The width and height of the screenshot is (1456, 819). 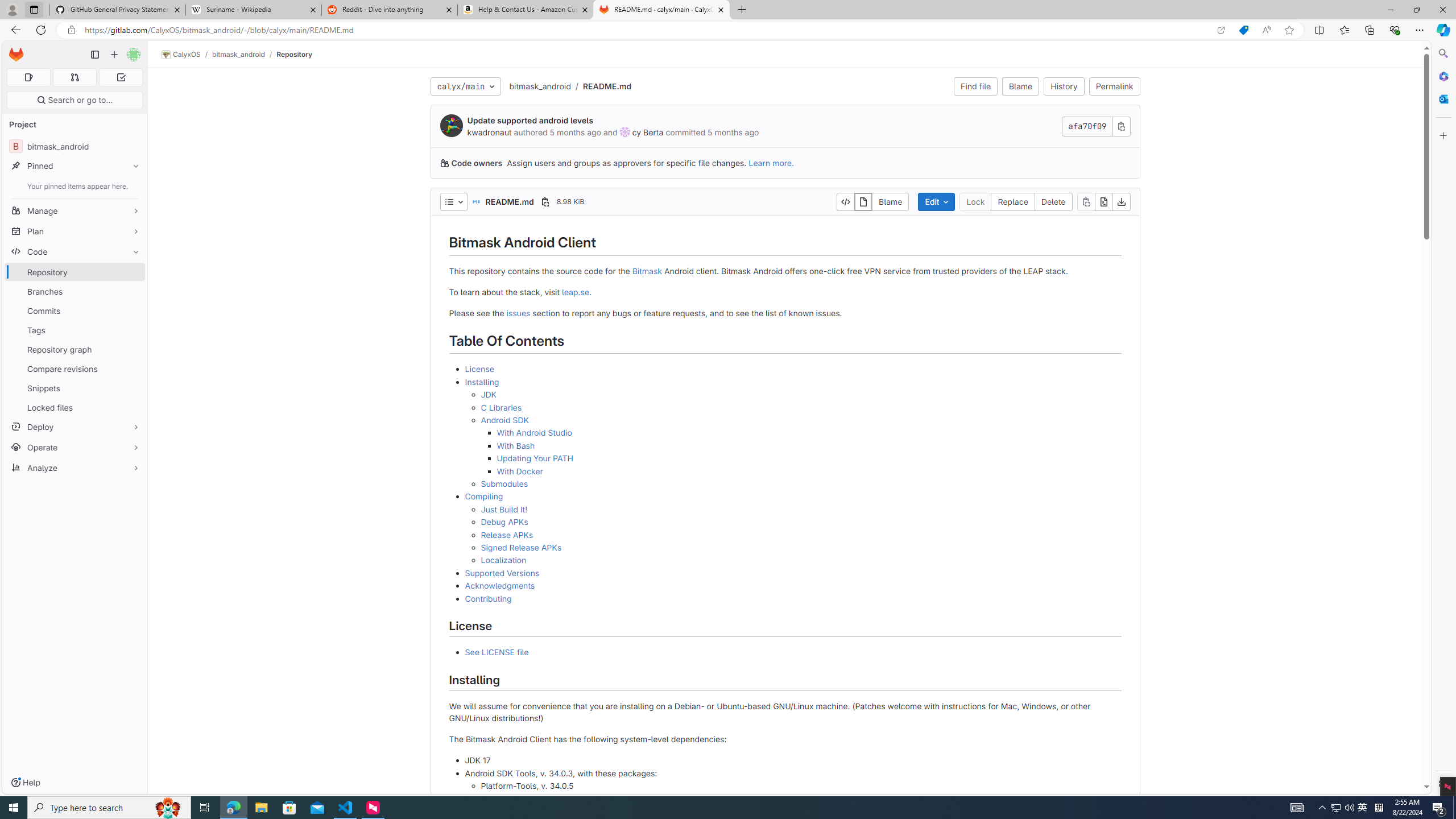 What do you see at coordinates (94, 54) in the screenshot?
I see `'Primary navigation sidebar'` at bounding box center [94, 54].